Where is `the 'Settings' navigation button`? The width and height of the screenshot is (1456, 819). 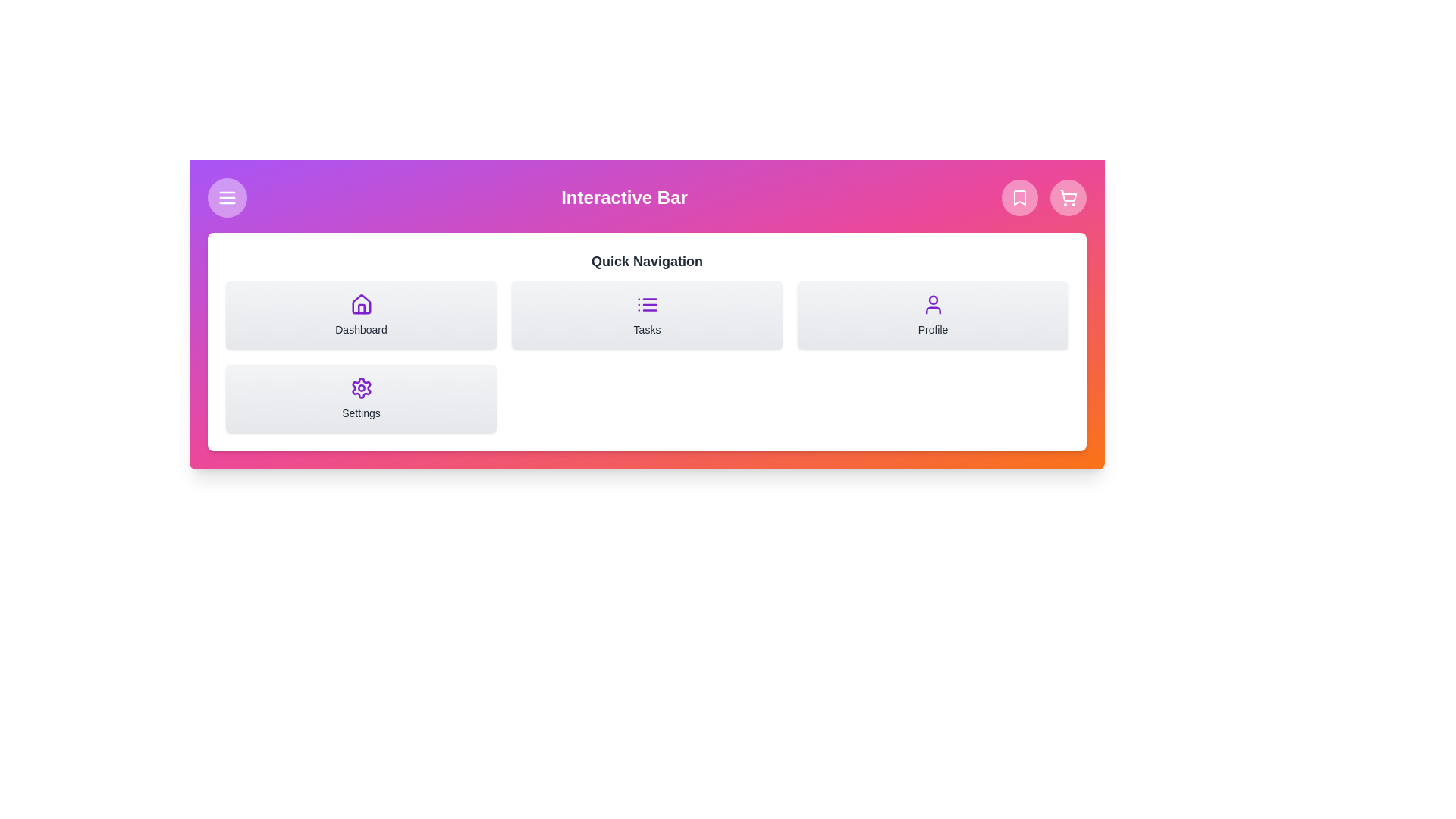
the 'Settings' navigation button is located at coordinates (360, 397).